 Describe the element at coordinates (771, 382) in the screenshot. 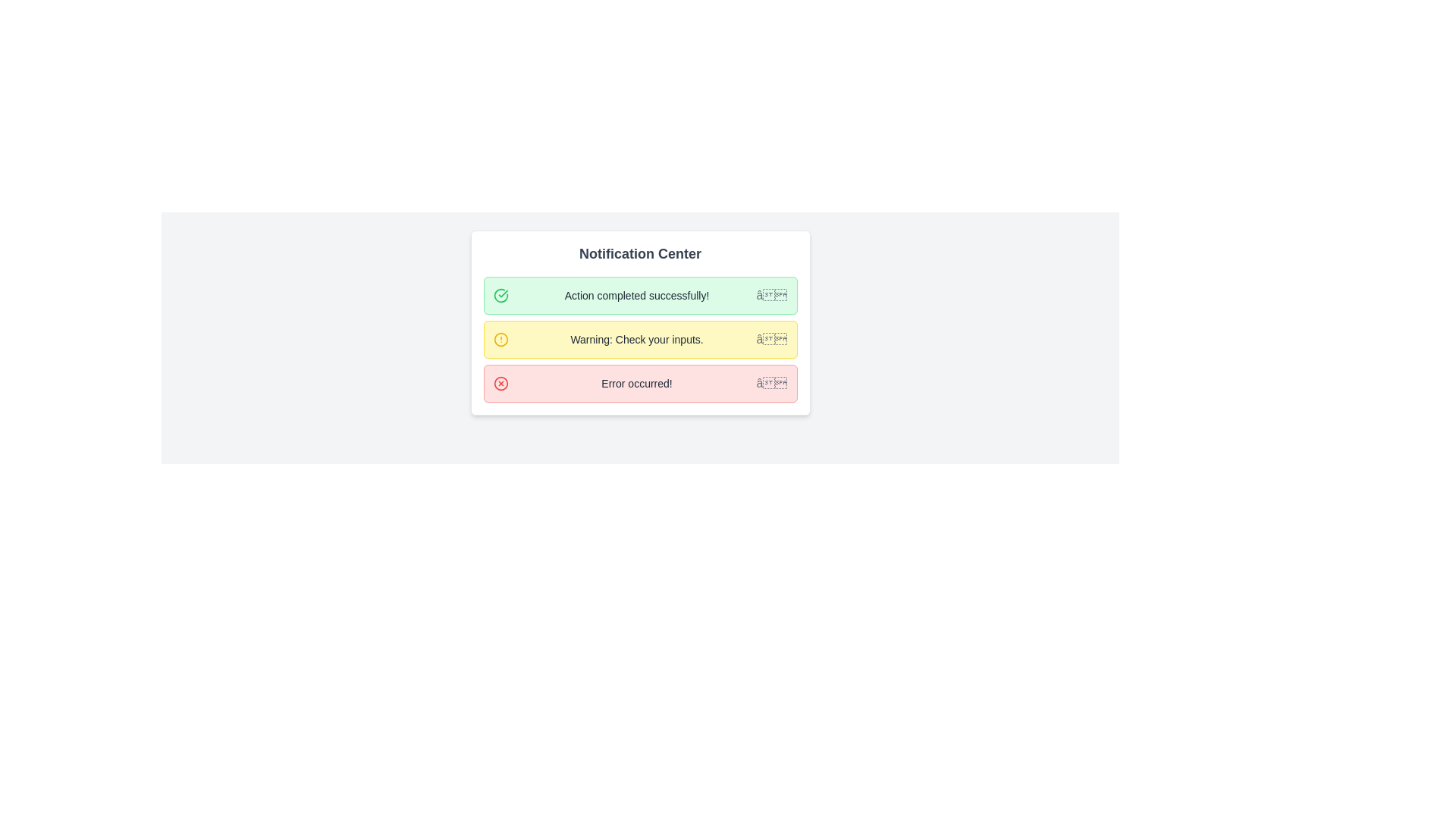

I see `the accessibility navigation button represented by a gray 'X' icon at the far-right end of the red 'Error occurred!' notification bar` at that location.